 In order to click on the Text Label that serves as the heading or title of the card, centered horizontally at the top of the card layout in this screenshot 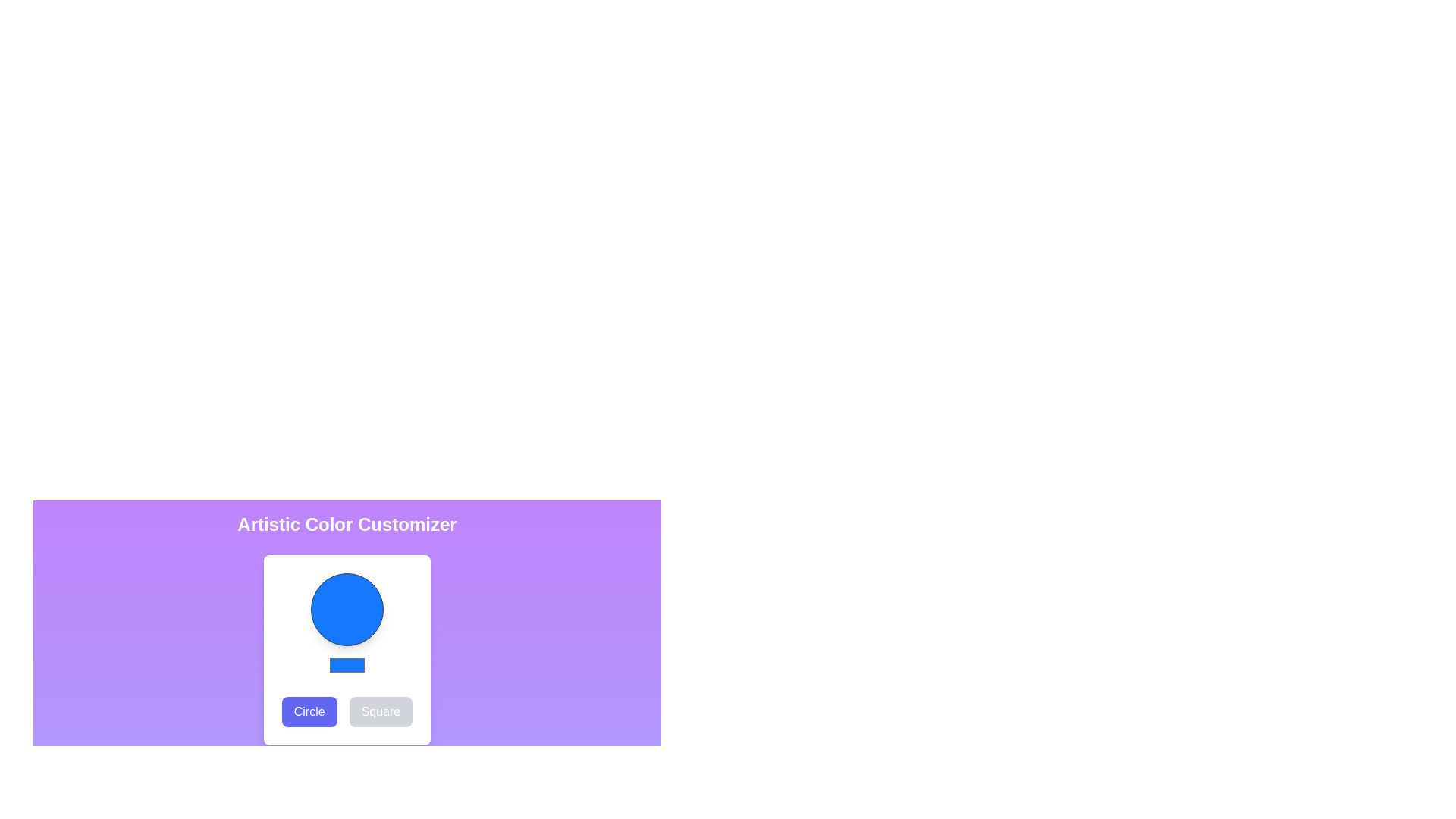, I will do `click(346, 523)`.